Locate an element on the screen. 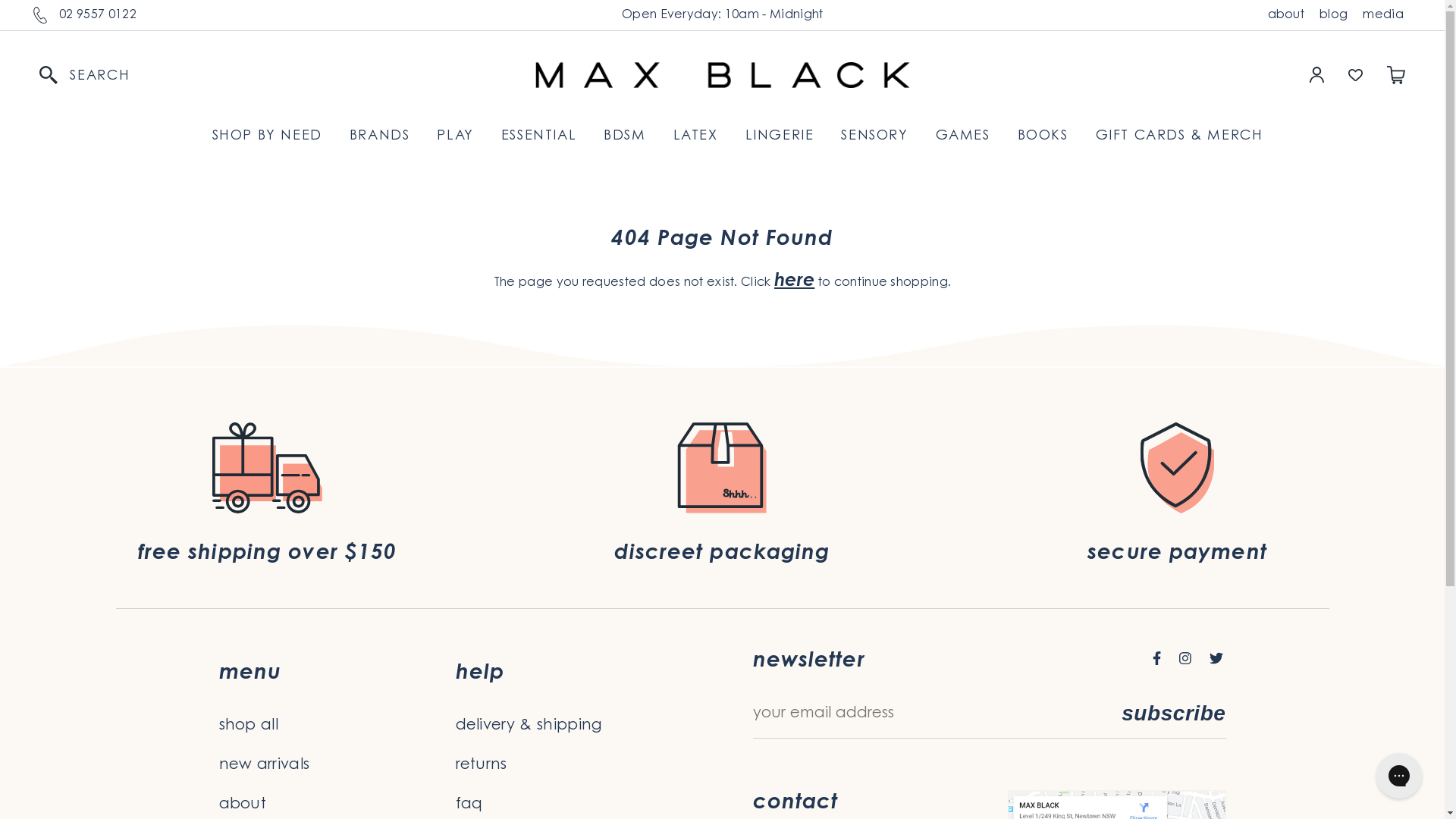  'Gorgias live chat messenger' is located at coordinates (1368, 775).